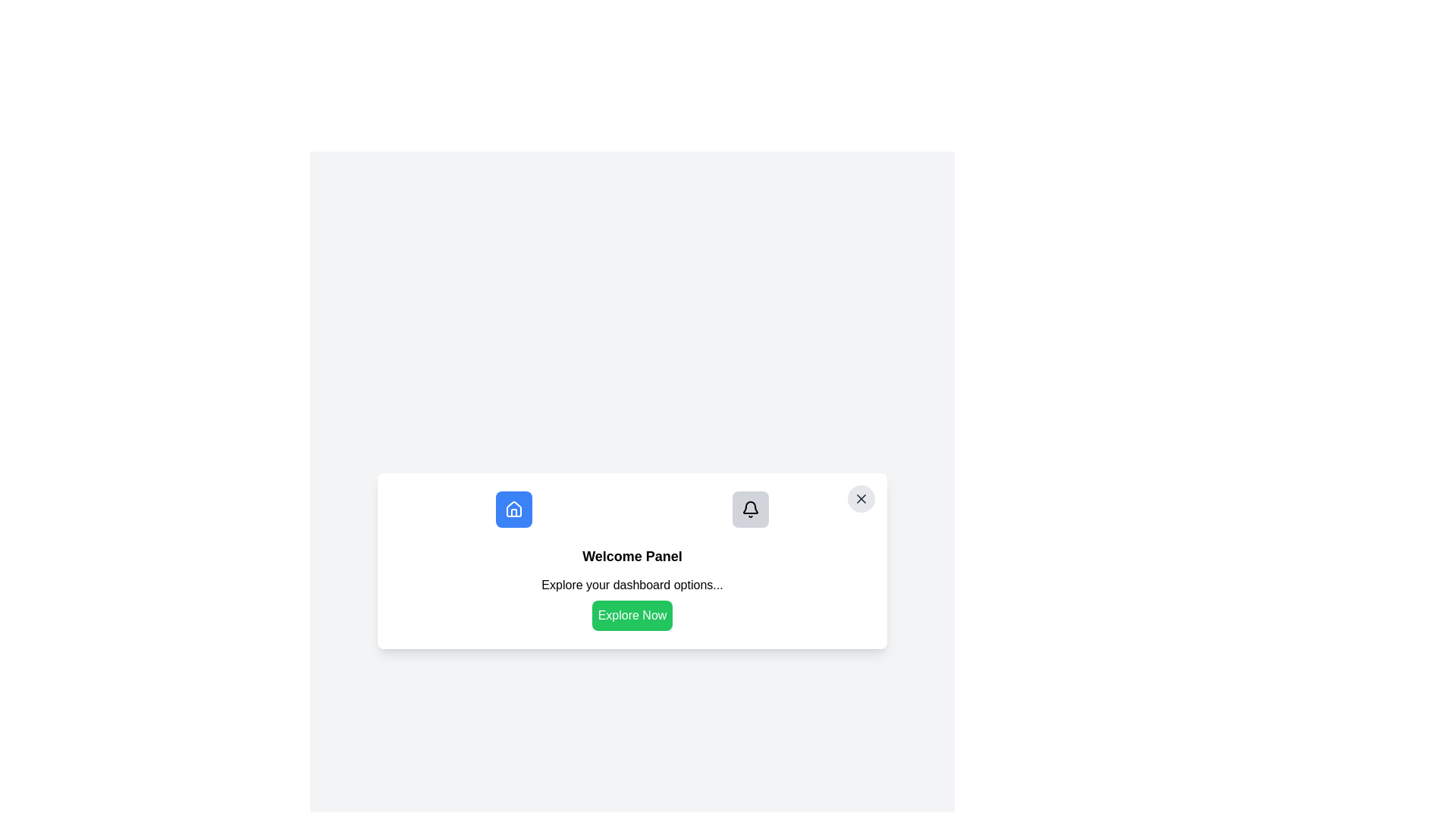 The image size is (1456, 819). I want to click on the blue square button with rounded corners containing a white house icon, so click(513, 509).